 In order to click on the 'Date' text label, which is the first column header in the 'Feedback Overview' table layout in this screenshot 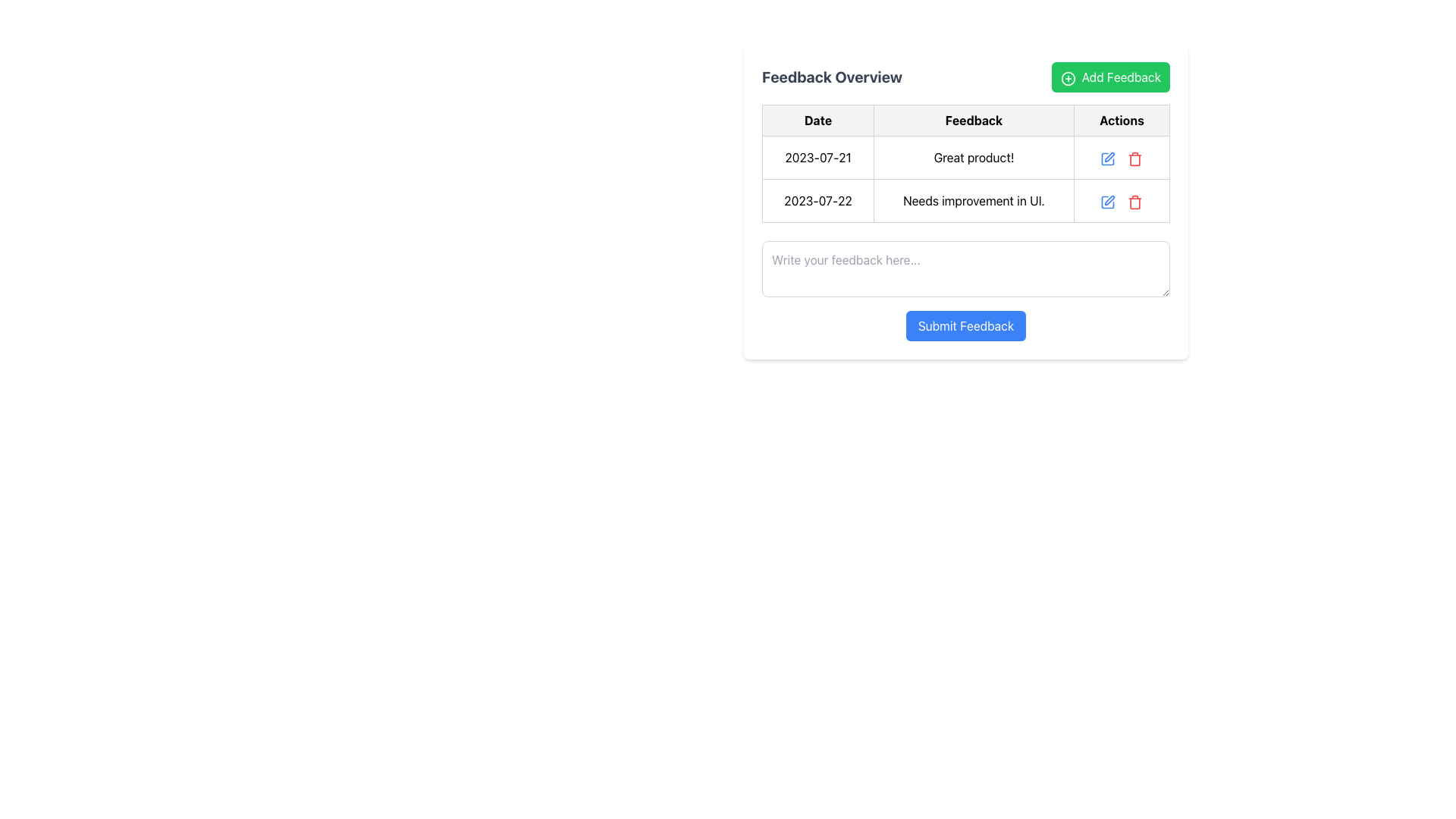, I will do `click(817, 119)`.